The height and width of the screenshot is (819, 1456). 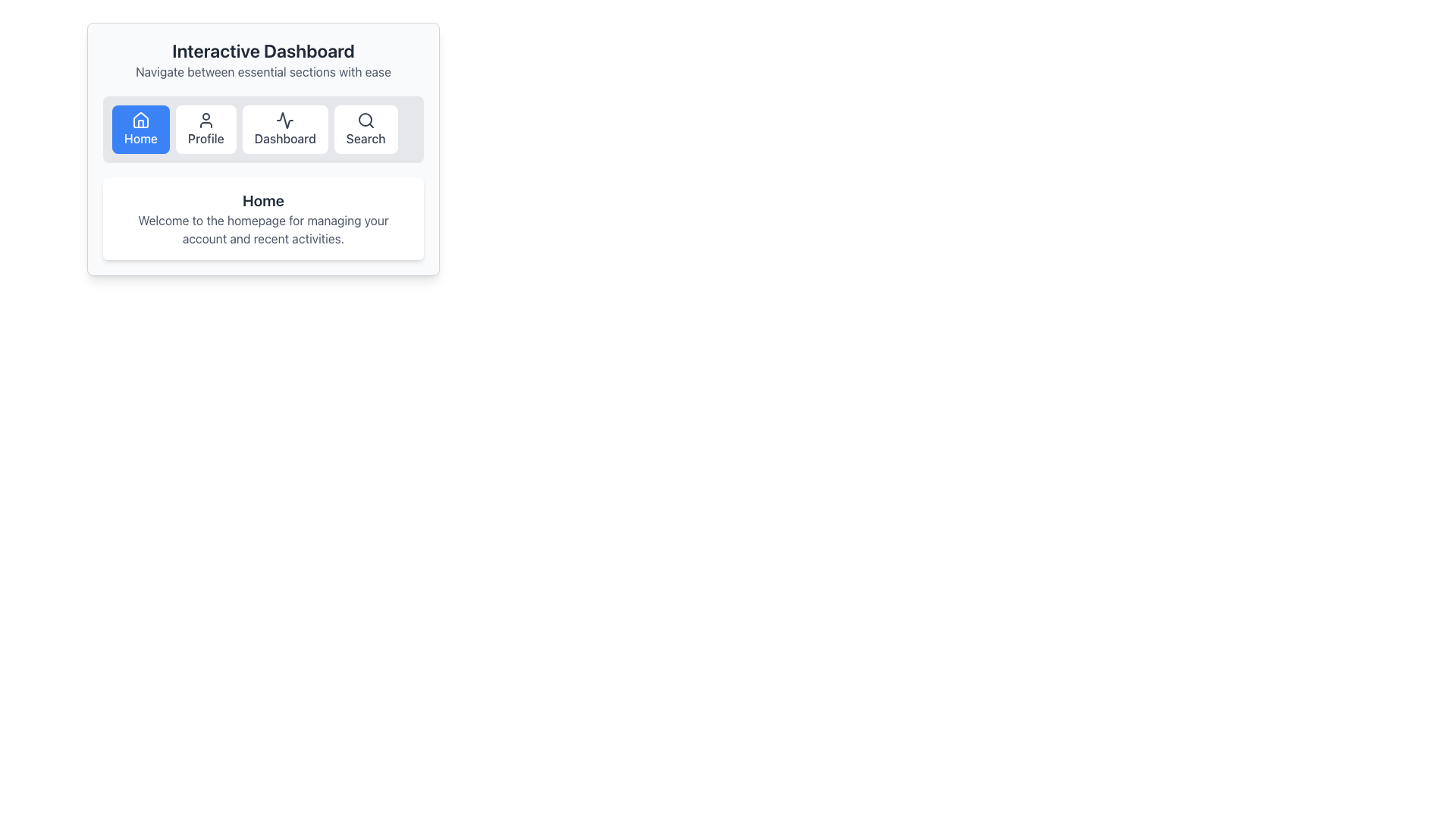 I want to click on text label displaying 'Home', which is styled with white text on a blue background, located in the navigation section on the top-left of the interface, so click(x=141, y=138).